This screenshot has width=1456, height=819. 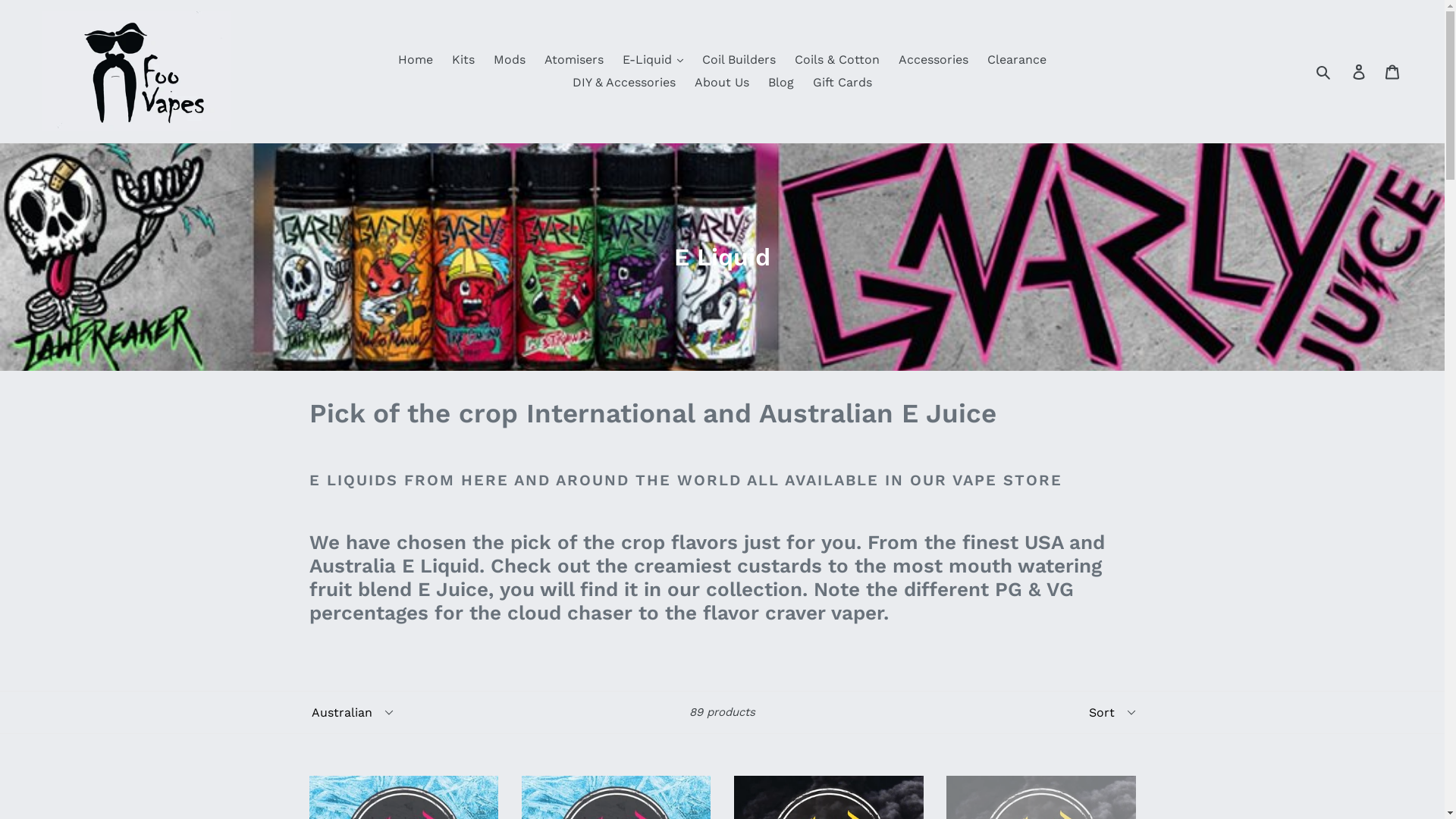 I want to click on 'Coils & Cotton', so click(x=836, y=58).